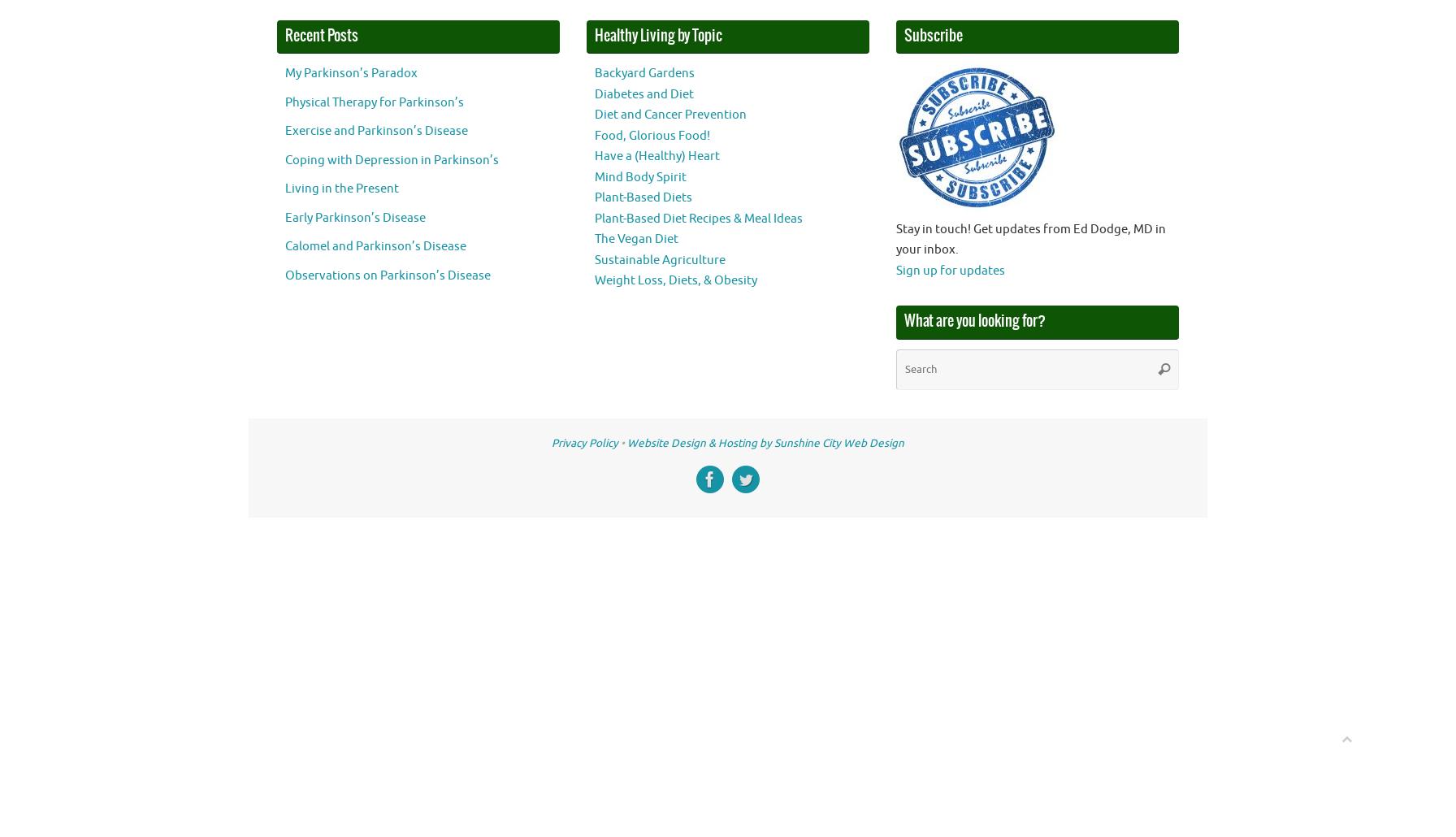 The image size is (1456, 837). What do you see at coordinates (593, 114) in the screenshot?
I see `'Diet and Cancer Prevention'` at bounding box center [593, 114].